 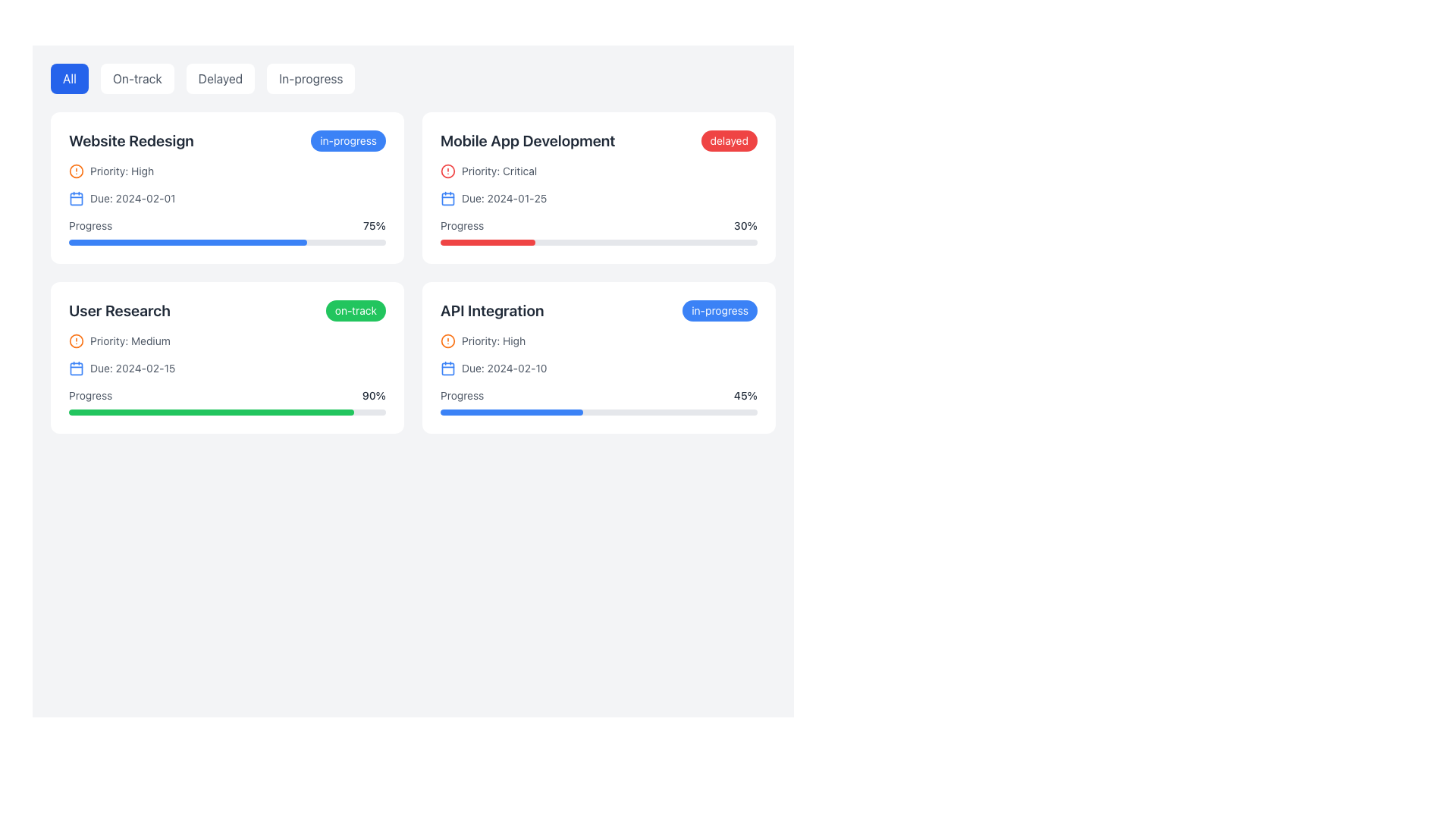 I want to click on percentage value displayed as '90%' in bold styling next to the green progress bar within the 'User Research' card, so click(x=374, y=394).